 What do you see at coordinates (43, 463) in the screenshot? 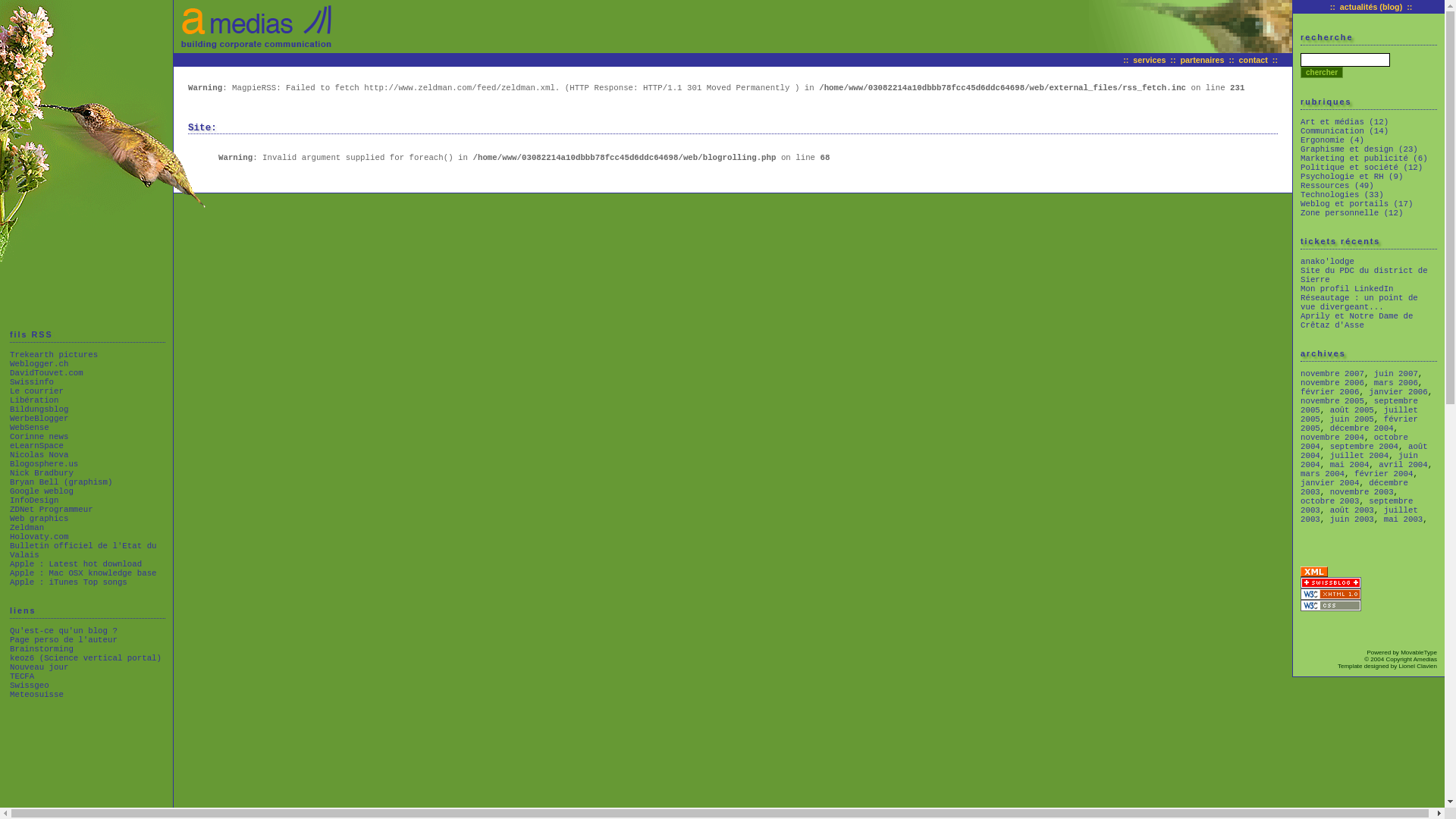
I see `'Blogosphere.us'` at bounding box center [43, 463].